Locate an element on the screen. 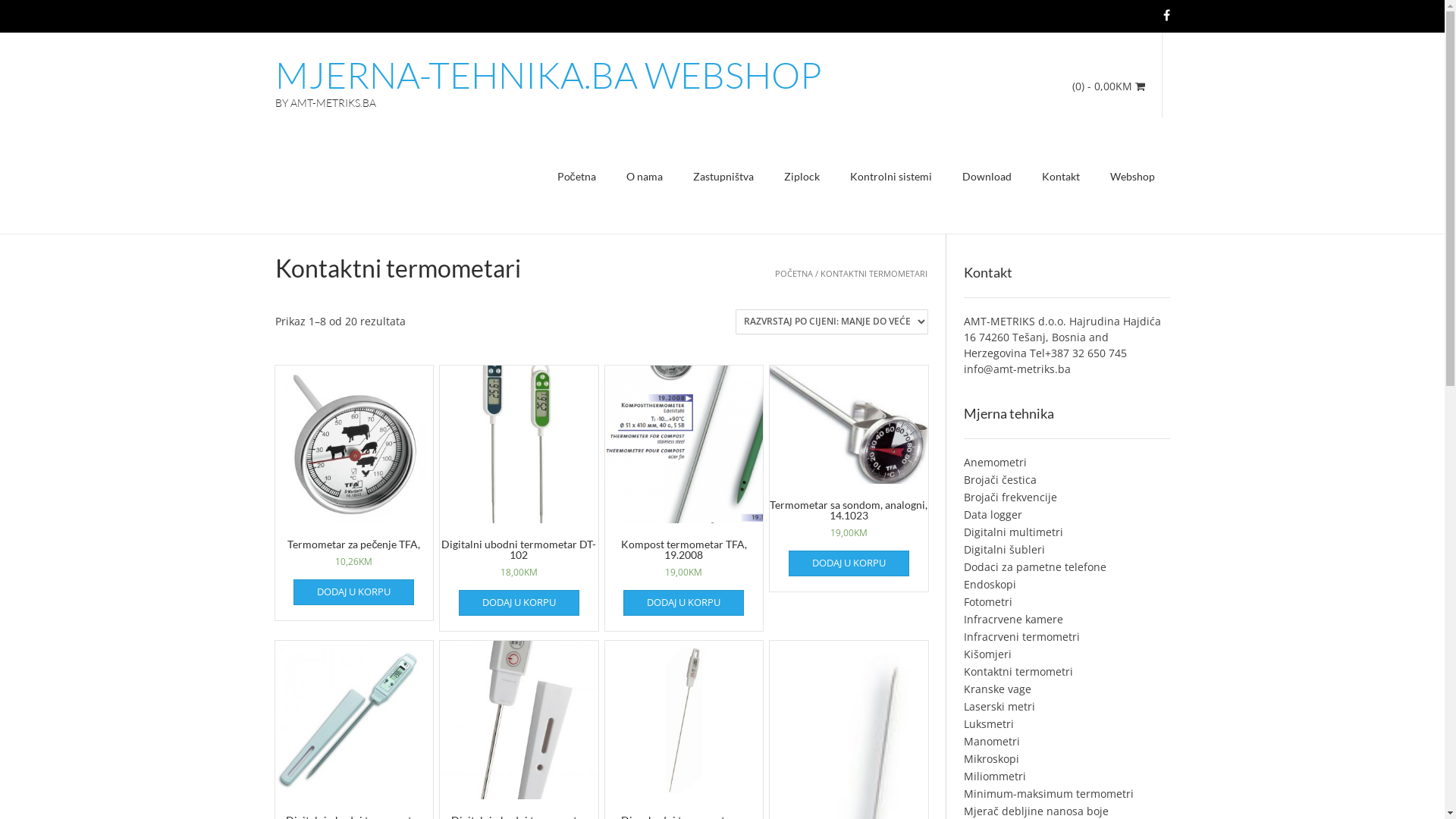  'O nama' is located at coordinates (644, 177).